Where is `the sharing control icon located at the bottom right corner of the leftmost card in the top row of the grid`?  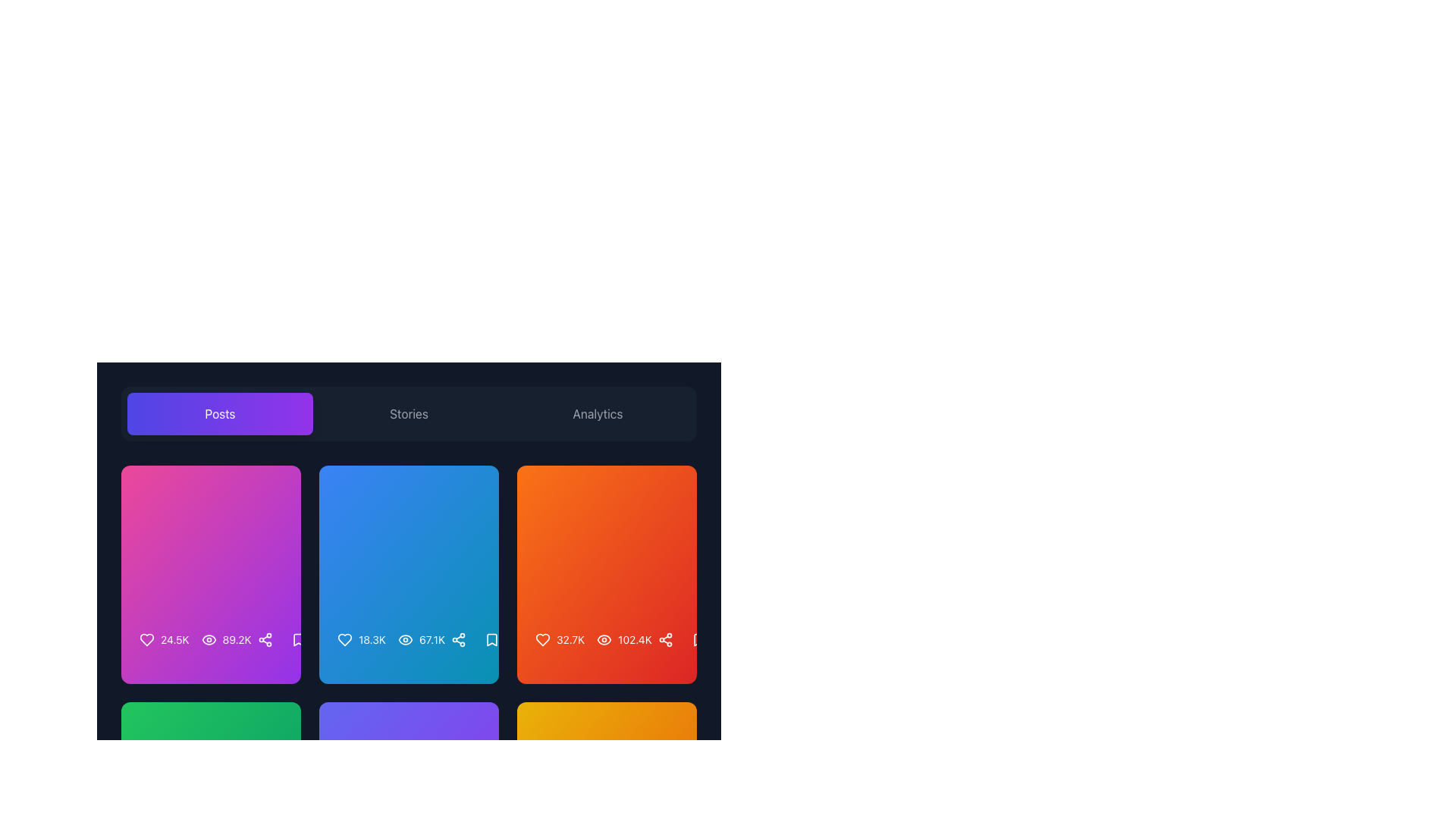
the sharing control icon located at the bottom right corner of the leftmost card in the top row of the grid is located at coordinates (265, 640).